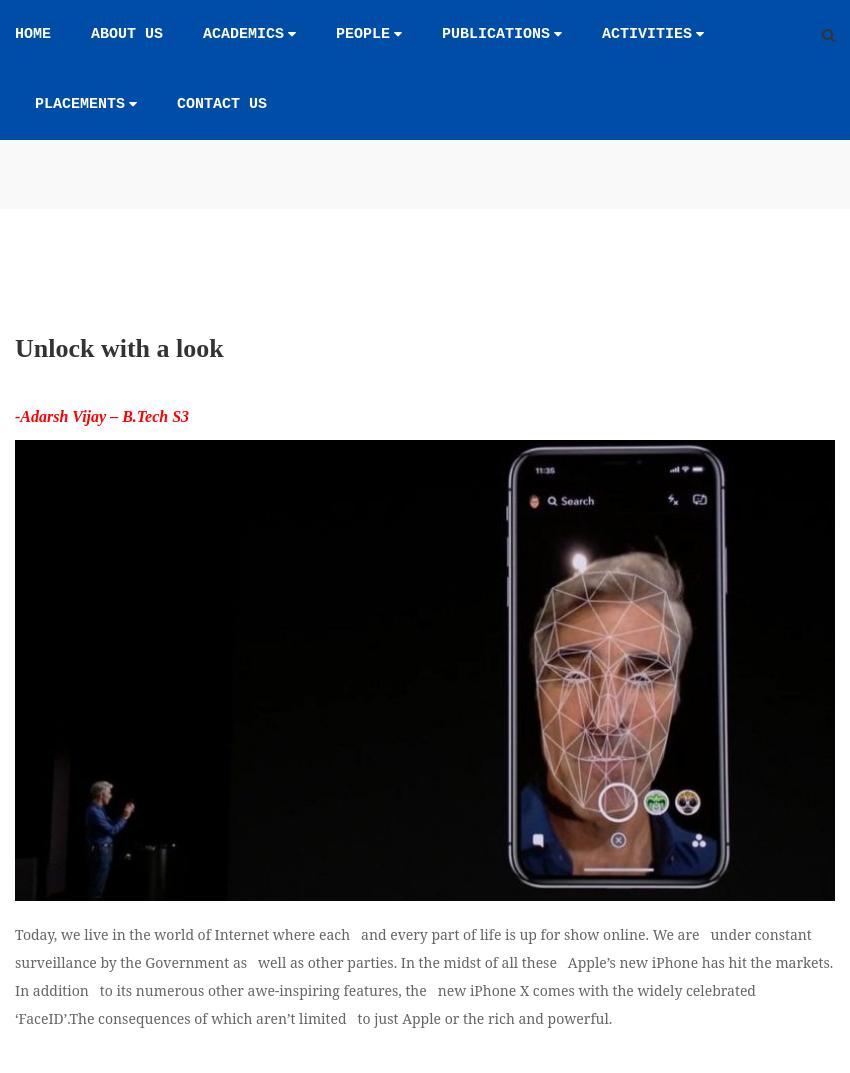 This screenshot has height=1073, width=850. What do you see at coordinates (362, 33) in the screenshot?
I see `'People'` at bounding box center [362, 33].